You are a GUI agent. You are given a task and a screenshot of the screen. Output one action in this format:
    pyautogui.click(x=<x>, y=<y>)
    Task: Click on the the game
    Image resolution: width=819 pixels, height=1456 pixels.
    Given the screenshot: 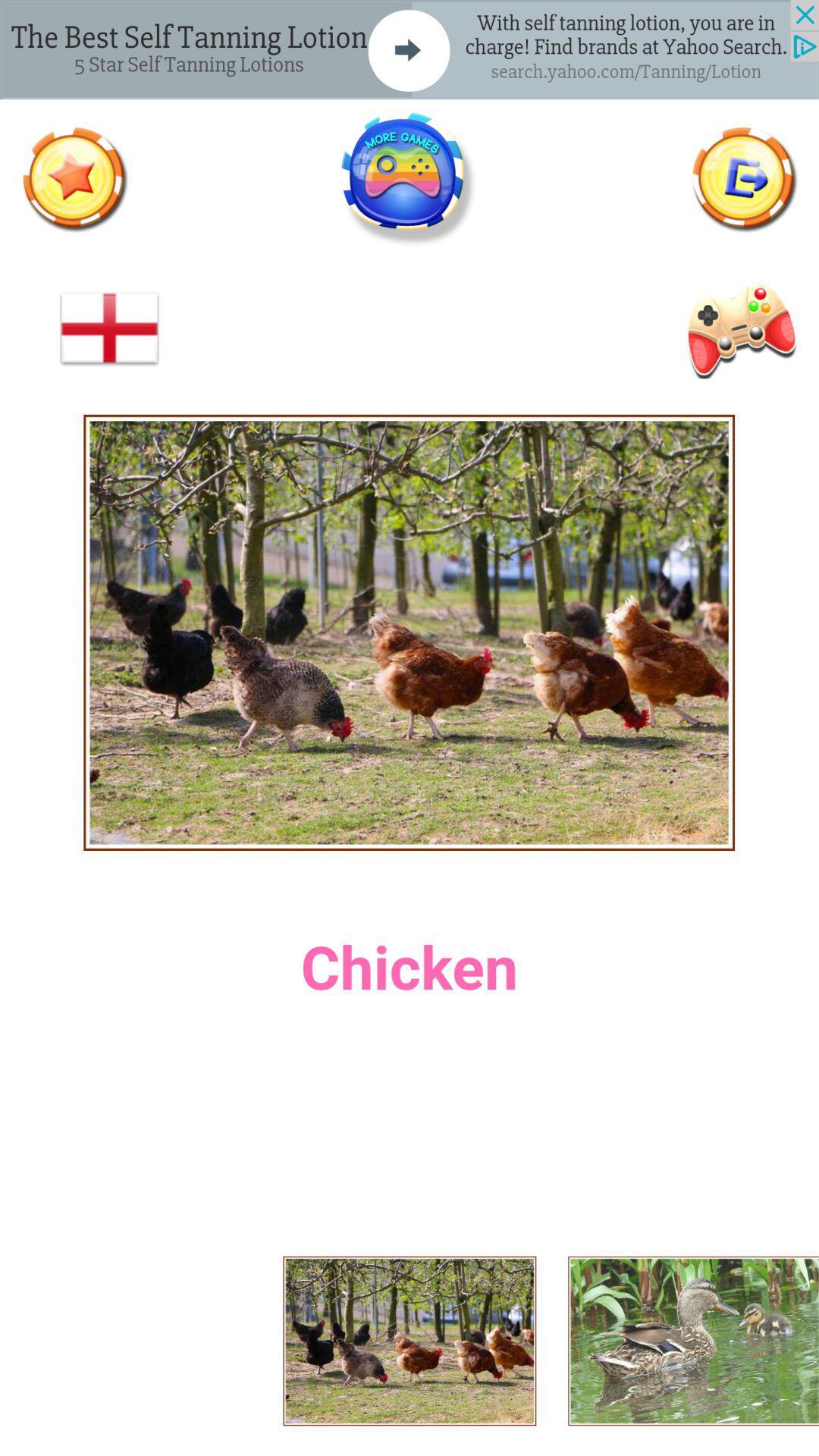 What is the action you would take?
    pyautogui.click(x=408, y=179)
    